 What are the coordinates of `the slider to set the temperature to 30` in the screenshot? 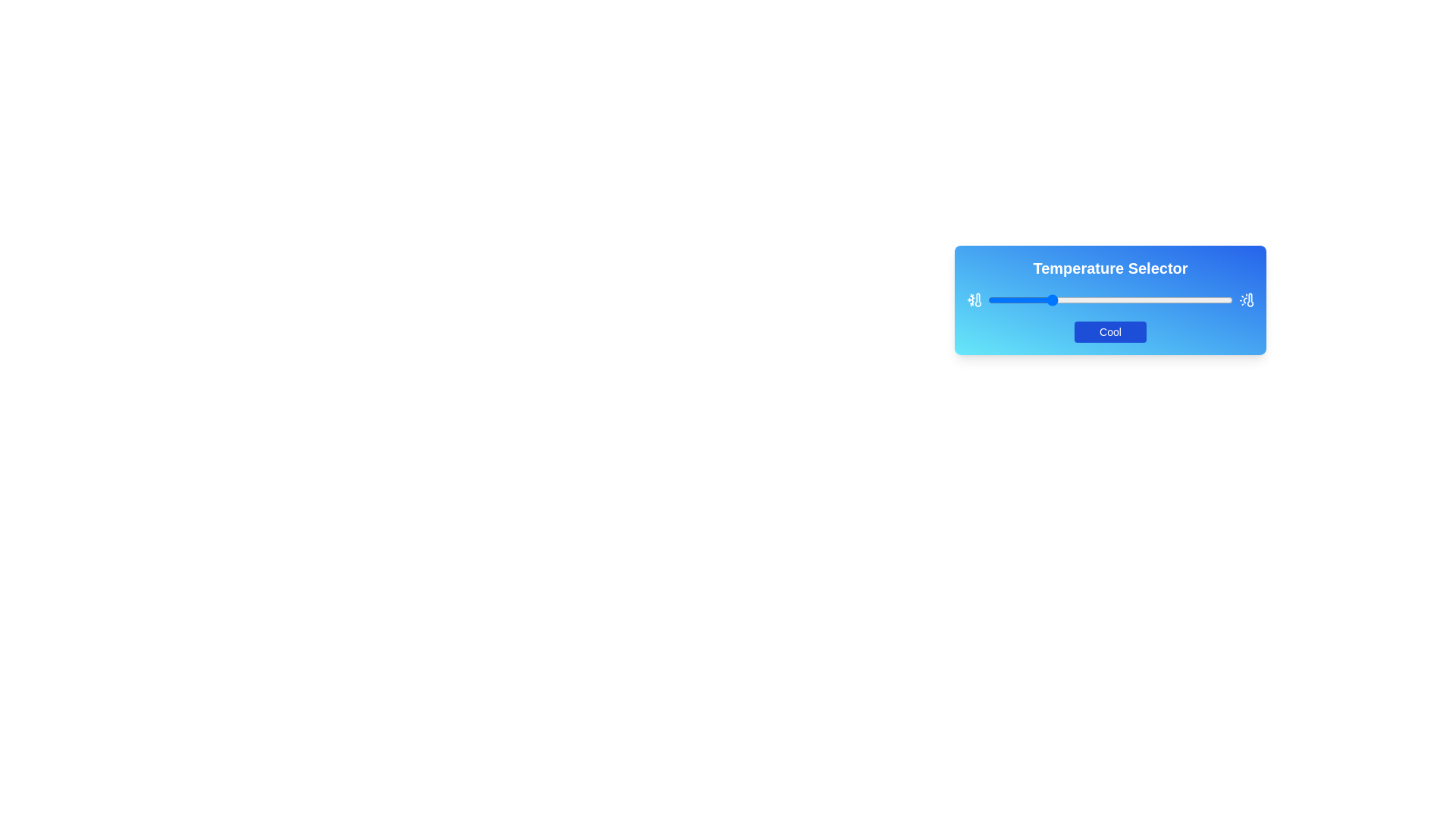 It's located at (1061, 300).